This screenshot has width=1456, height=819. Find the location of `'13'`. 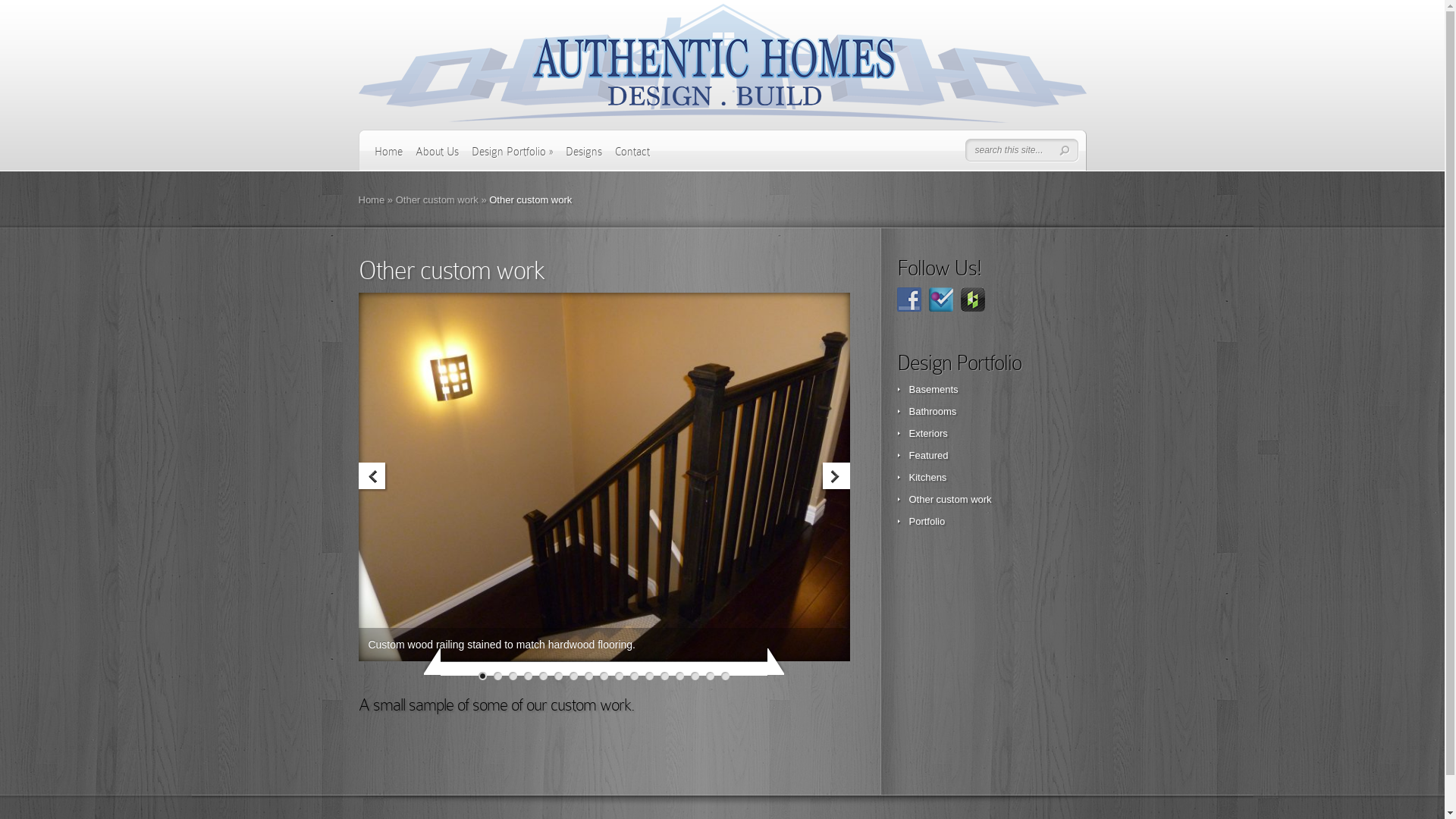

'13' is located at coordinates (664, 675).